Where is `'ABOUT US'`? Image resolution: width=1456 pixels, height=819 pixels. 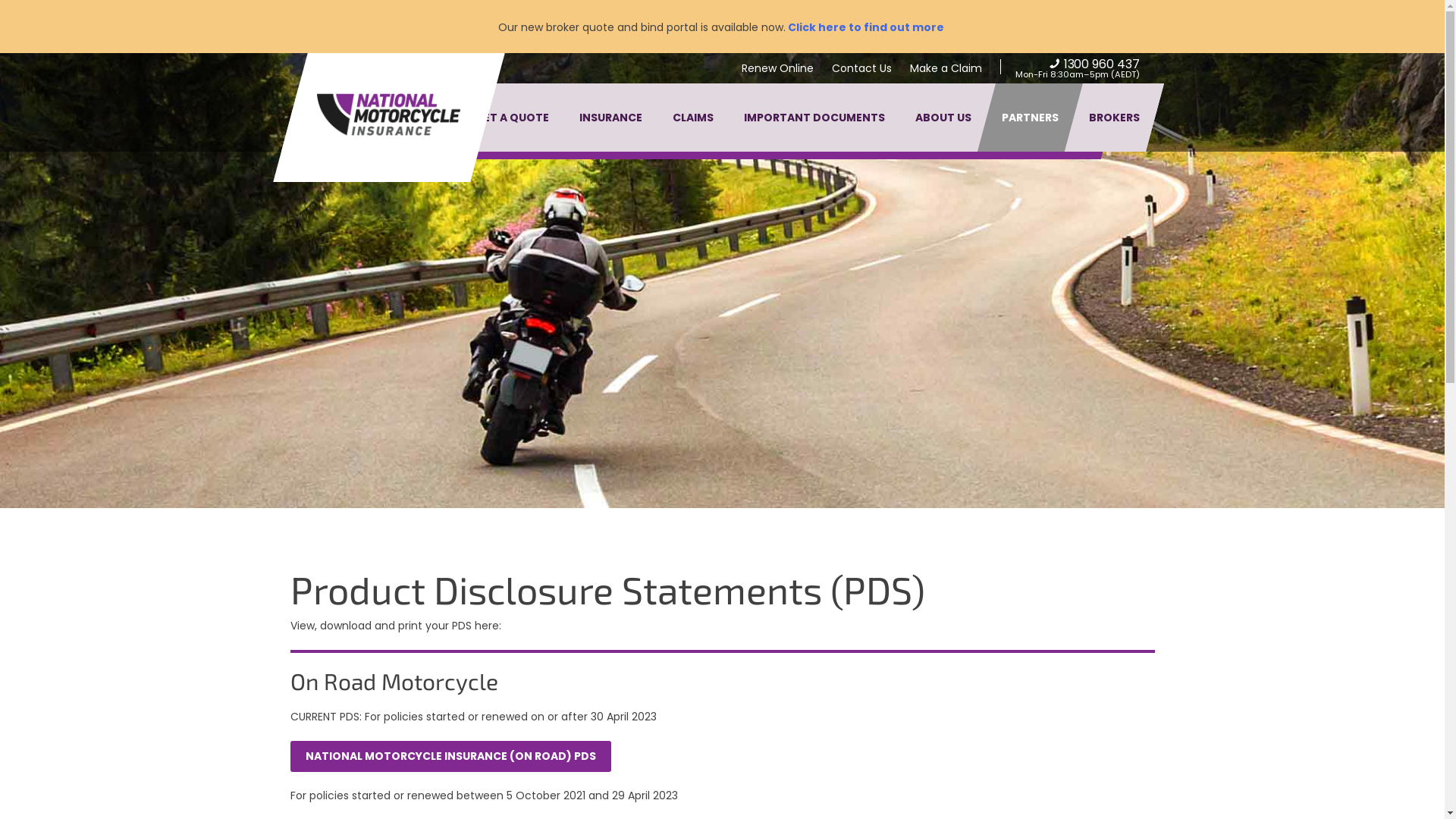 'ABOUT US' is located at coordinates (942, 116).